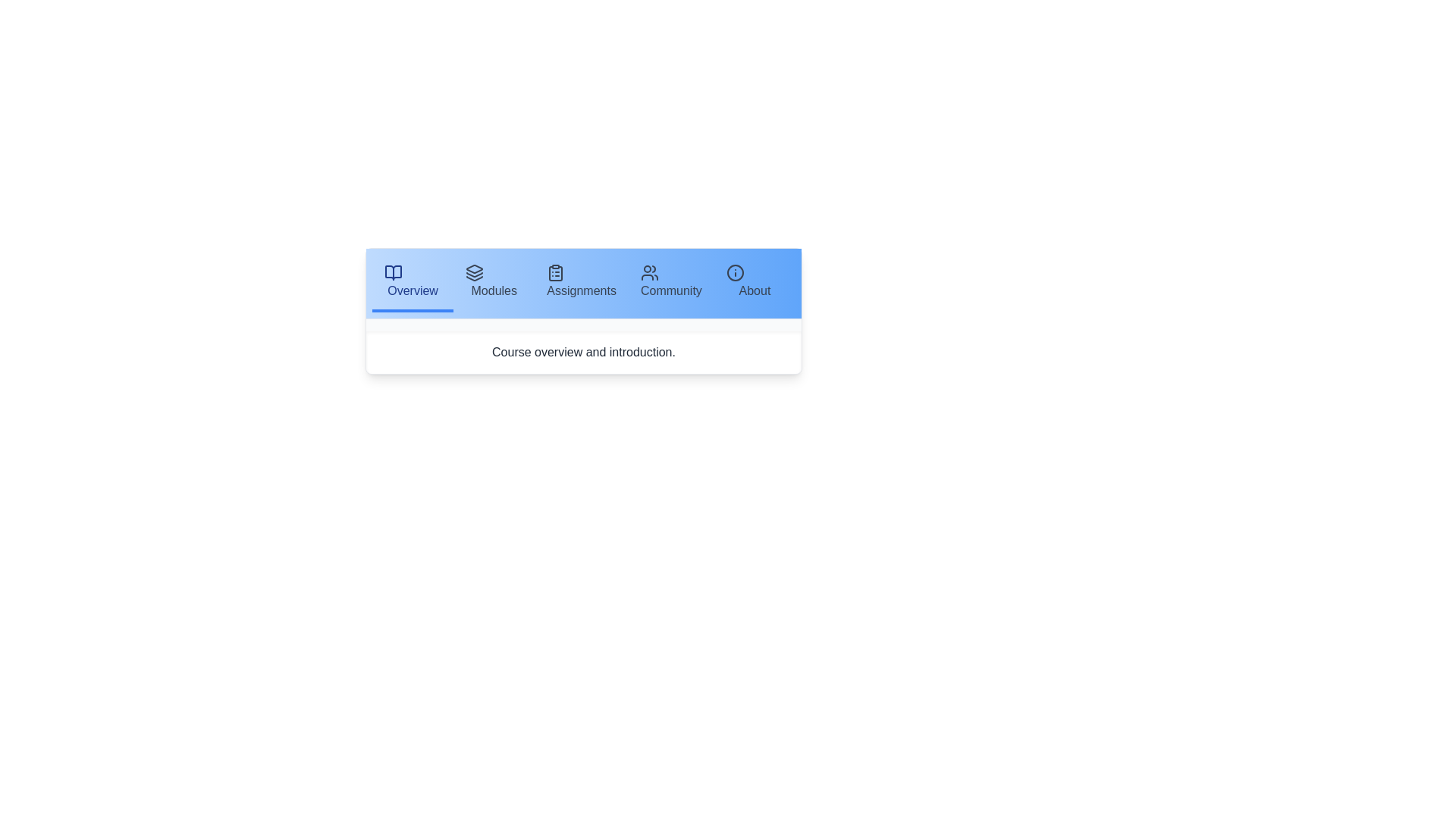 This screenshot has height=819, width=1456. Describe the element at coordinates (413, 291) in the screenshot. I see `the 'Overview' text label within the button in the top navigation bar` at that location.